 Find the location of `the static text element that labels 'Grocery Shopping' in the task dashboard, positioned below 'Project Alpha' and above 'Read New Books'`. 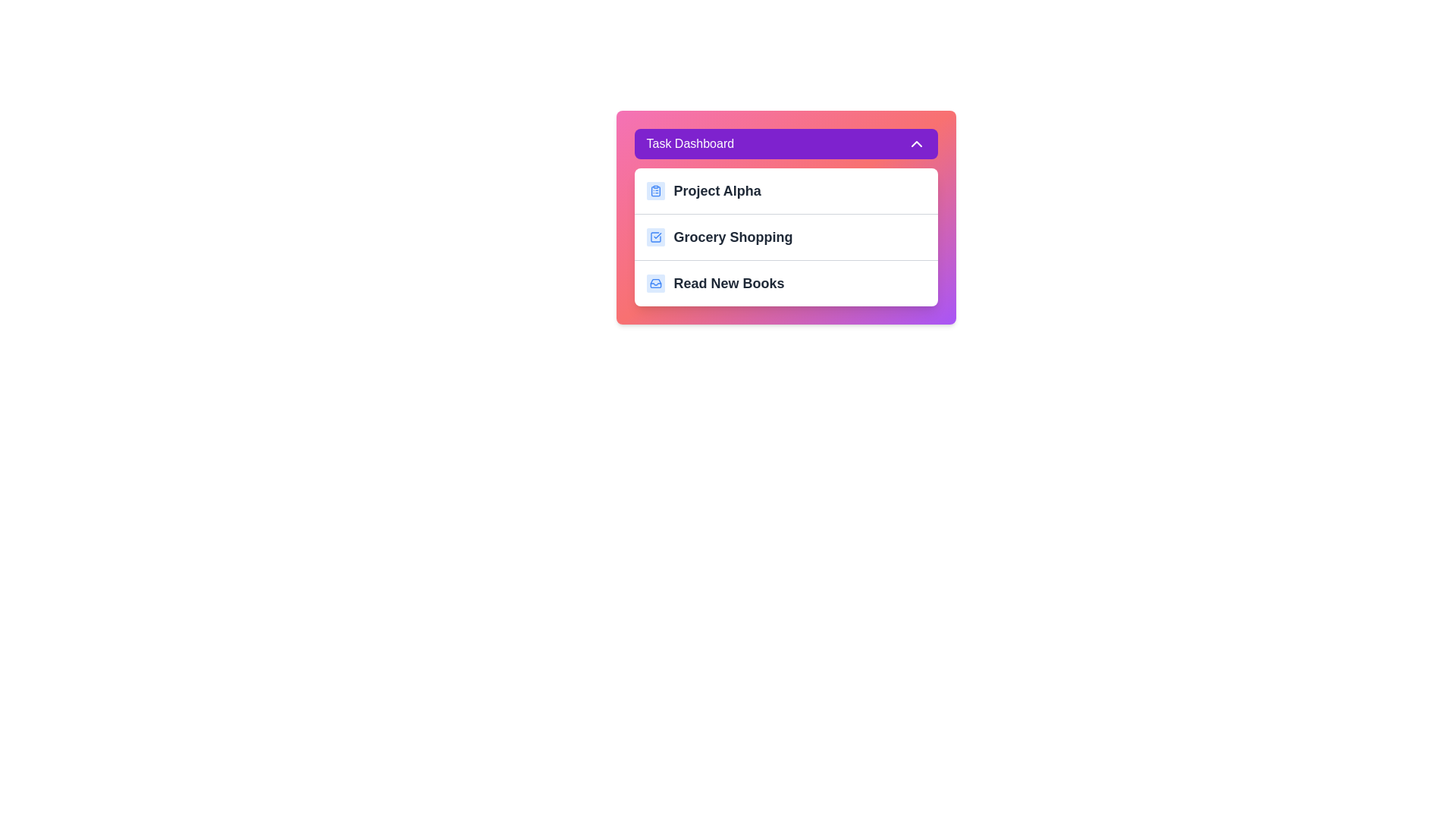

the static text element that labels 'Grocery Shopping' in the task dashboard, positioned below 'Project Alpha' and above 'Read New Books' is located at coordinates (733, 237).